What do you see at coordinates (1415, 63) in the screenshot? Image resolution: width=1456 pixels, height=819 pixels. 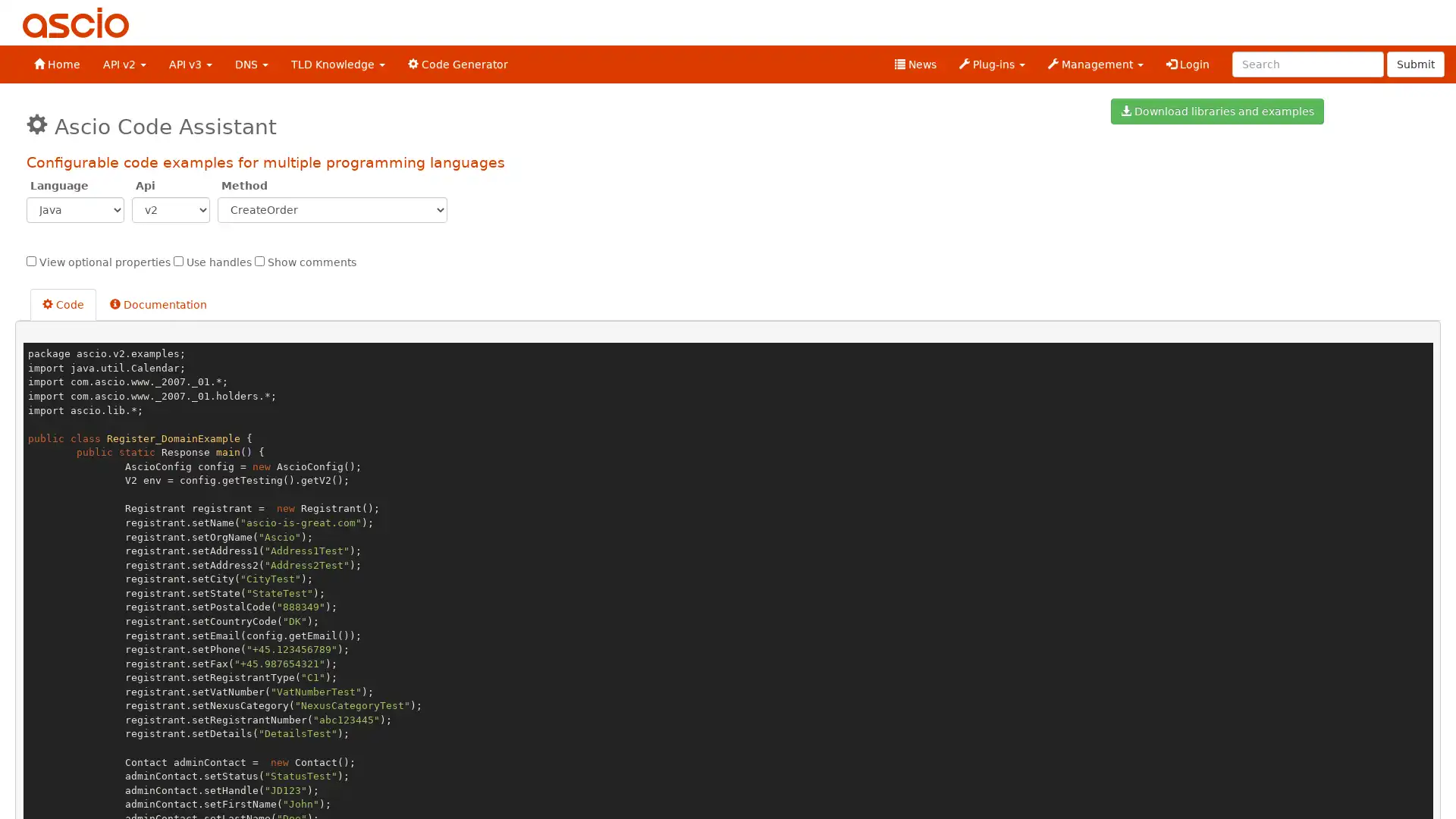 I see `Submit` at bounding box center [1415, 63].